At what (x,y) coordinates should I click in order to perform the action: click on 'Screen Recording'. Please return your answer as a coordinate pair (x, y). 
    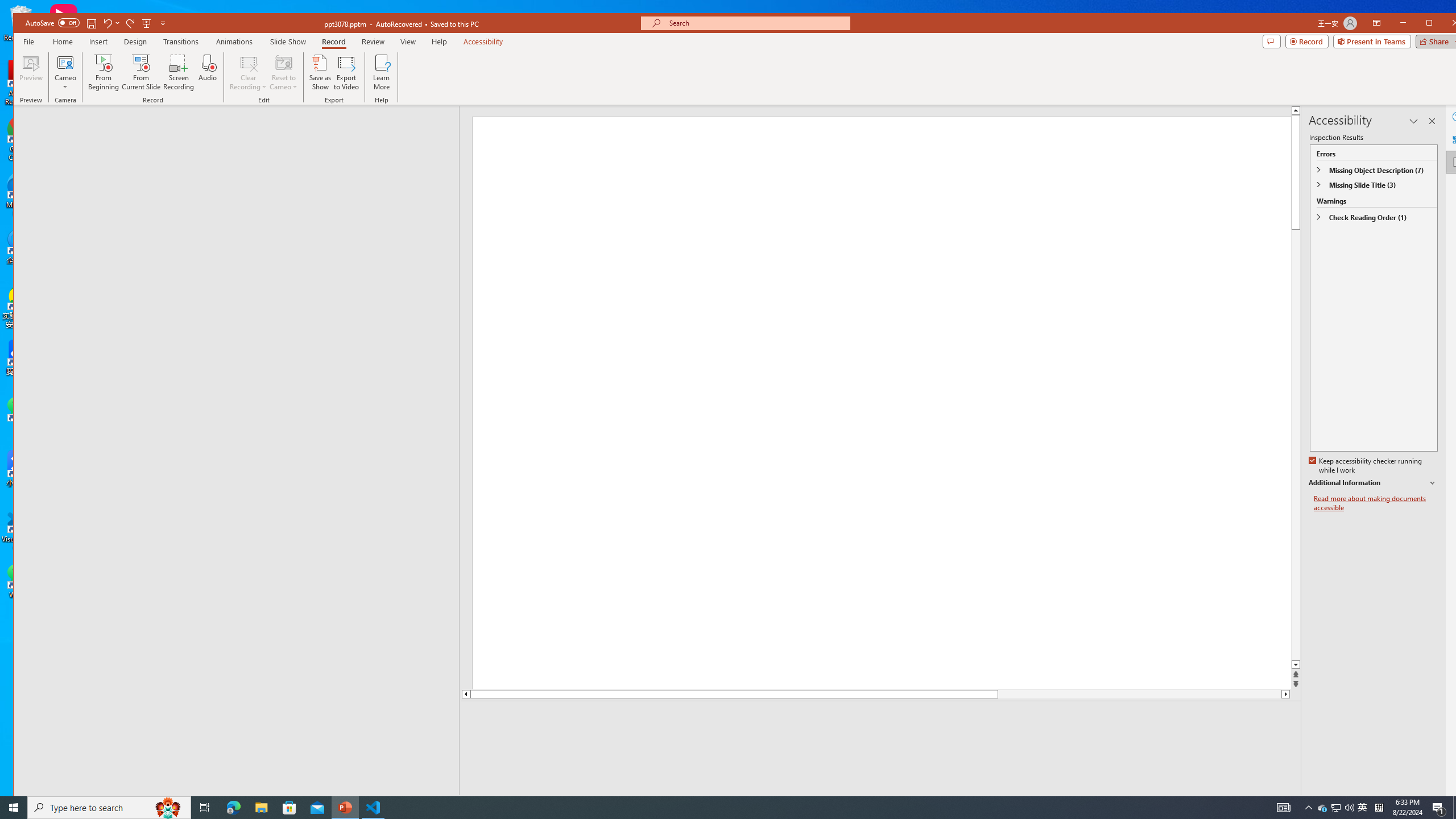
    Looking at the image, I should click on (178, 72).